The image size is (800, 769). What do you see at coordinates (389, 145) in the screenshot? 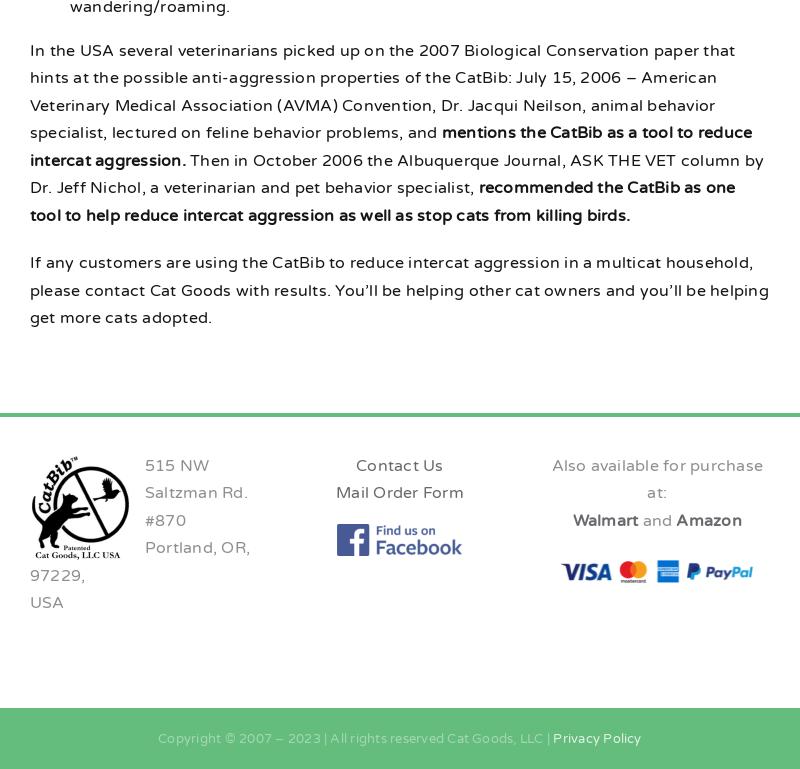
I see `'mentions the CatBib as a tool to reduce intercat aggression.'` at bounding box center [389, 145].